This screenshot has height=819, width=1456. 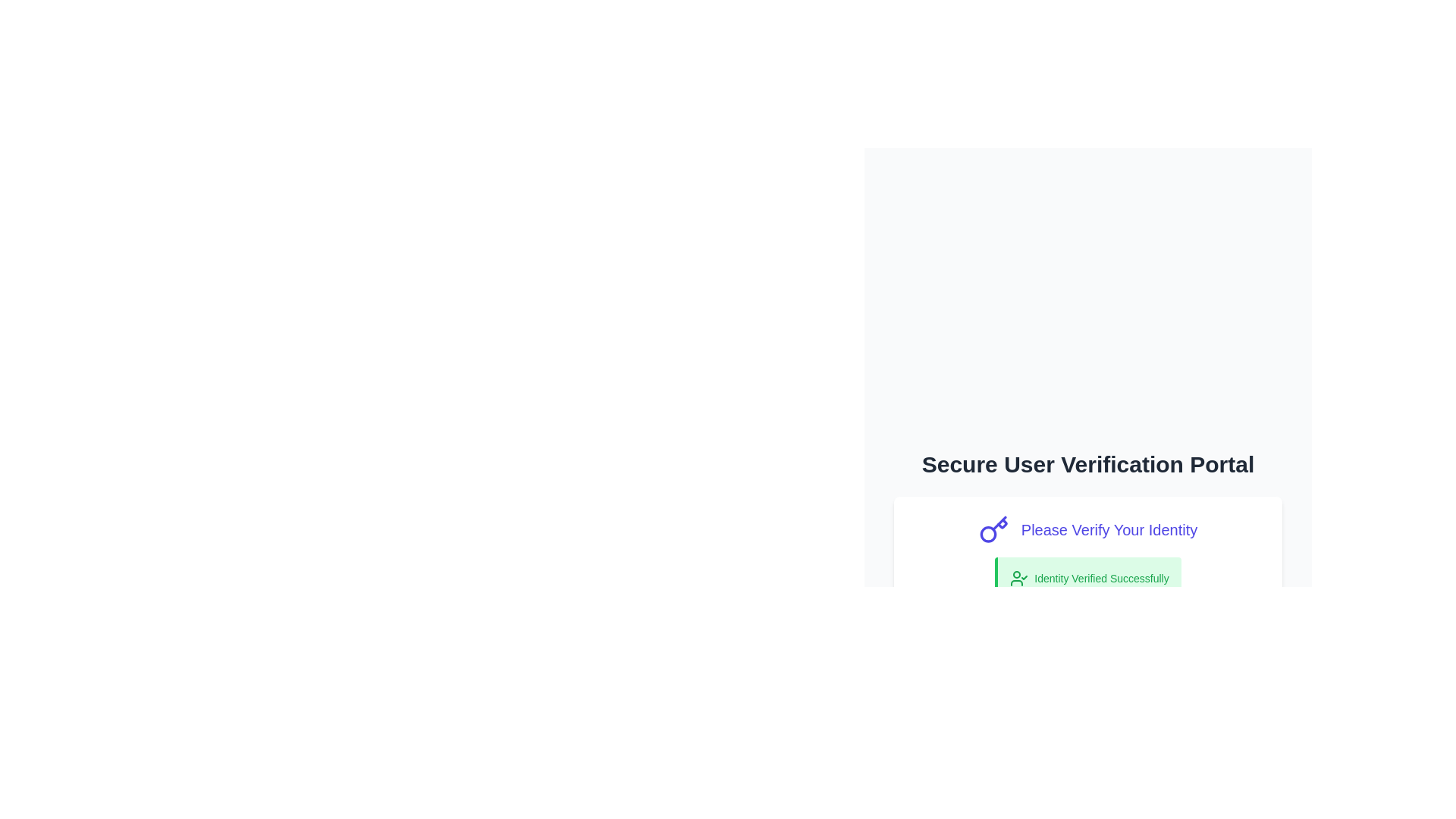 What do you see at coordinates (1087, 579) in the screenshot?
I see `the Banner notification with a green background, rounded edges, and a bold left border, located centrally below the 'Please Verify Your Identity' text` at bounding box center [1087, 579].